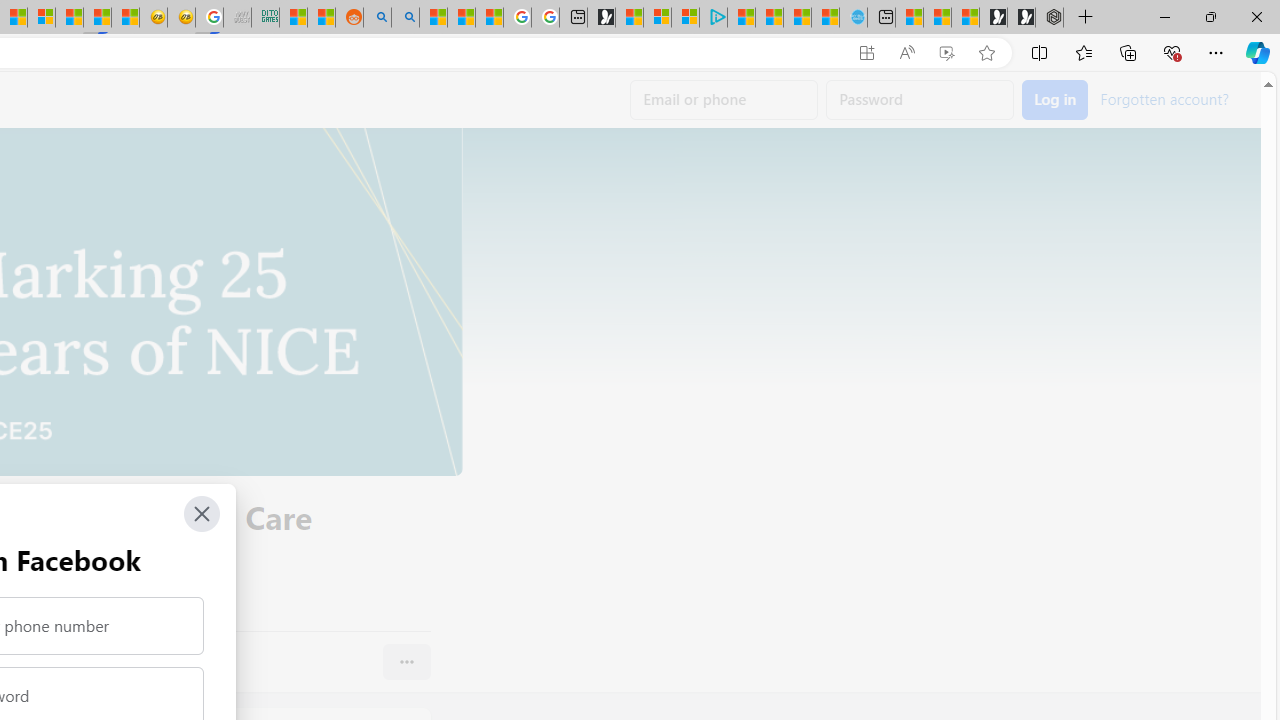 The height and width of the screenshot is (720, 1280). What do you see at coordinates (1054, 100) in the screenshot?
I see `'Accessible login button'` at bounding box center [1054, 100].